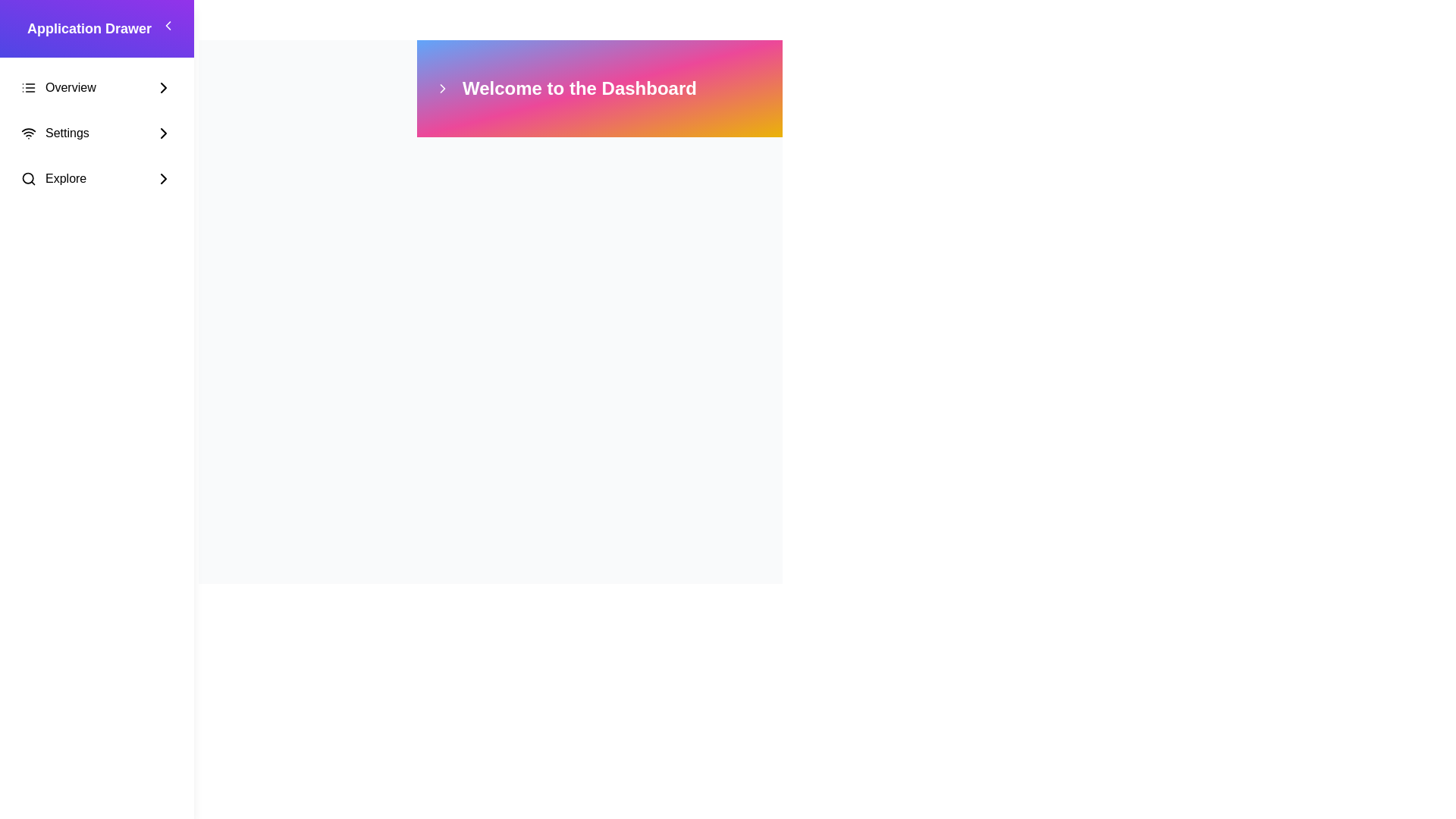  Describe the element at coordinates (442, 88) in the screenshot. I see `the decorative navigational icon located in the header bar to the left of the 'Welcome to the Dashboard' text` at that location.